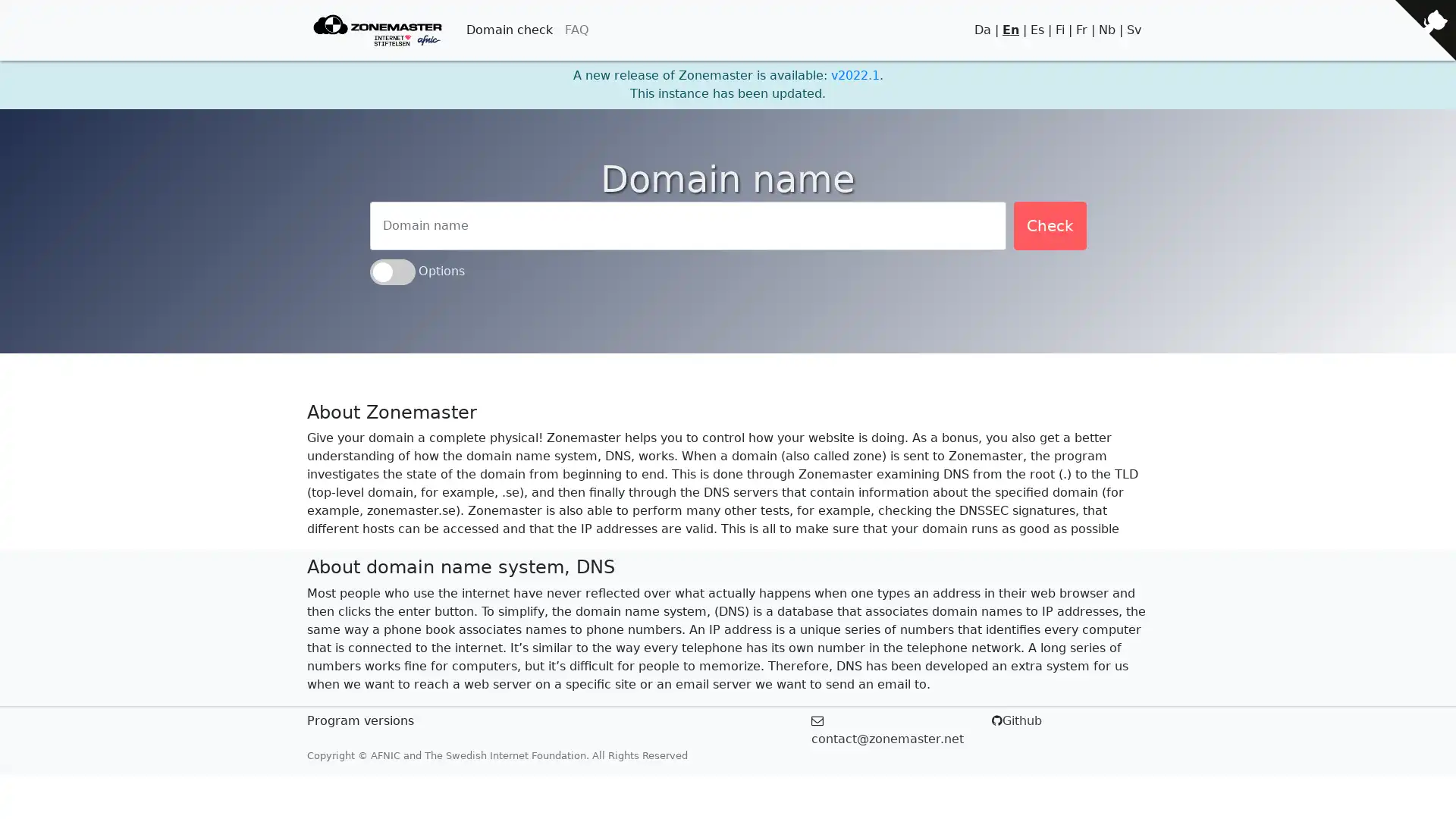  Describe the element at coordinates (1048, 225) in the screenshot. I see `Check` at that location.